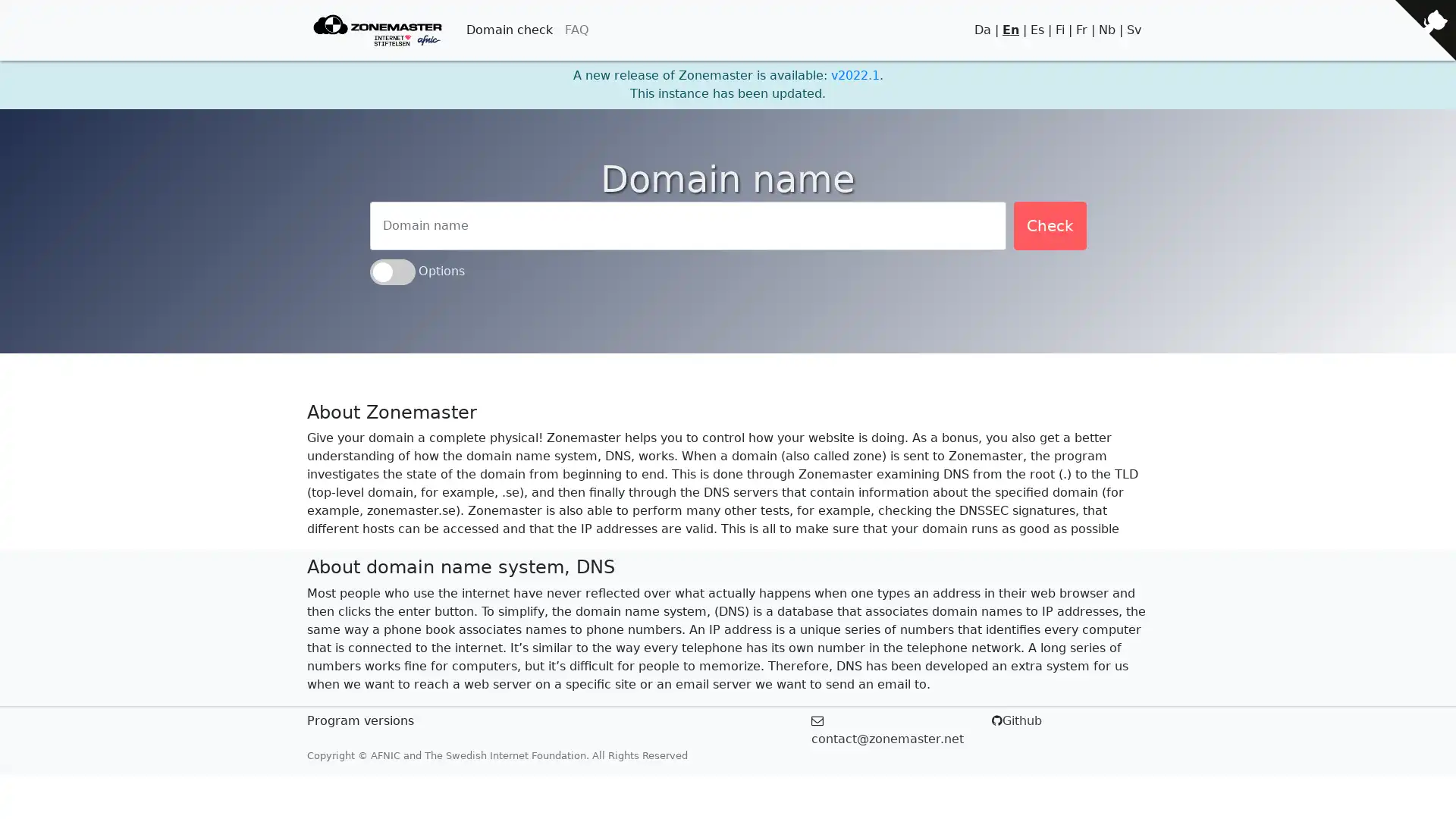  Describe the element at coordinates (1048, 225) in the screenshot. I see `Check` at that location.